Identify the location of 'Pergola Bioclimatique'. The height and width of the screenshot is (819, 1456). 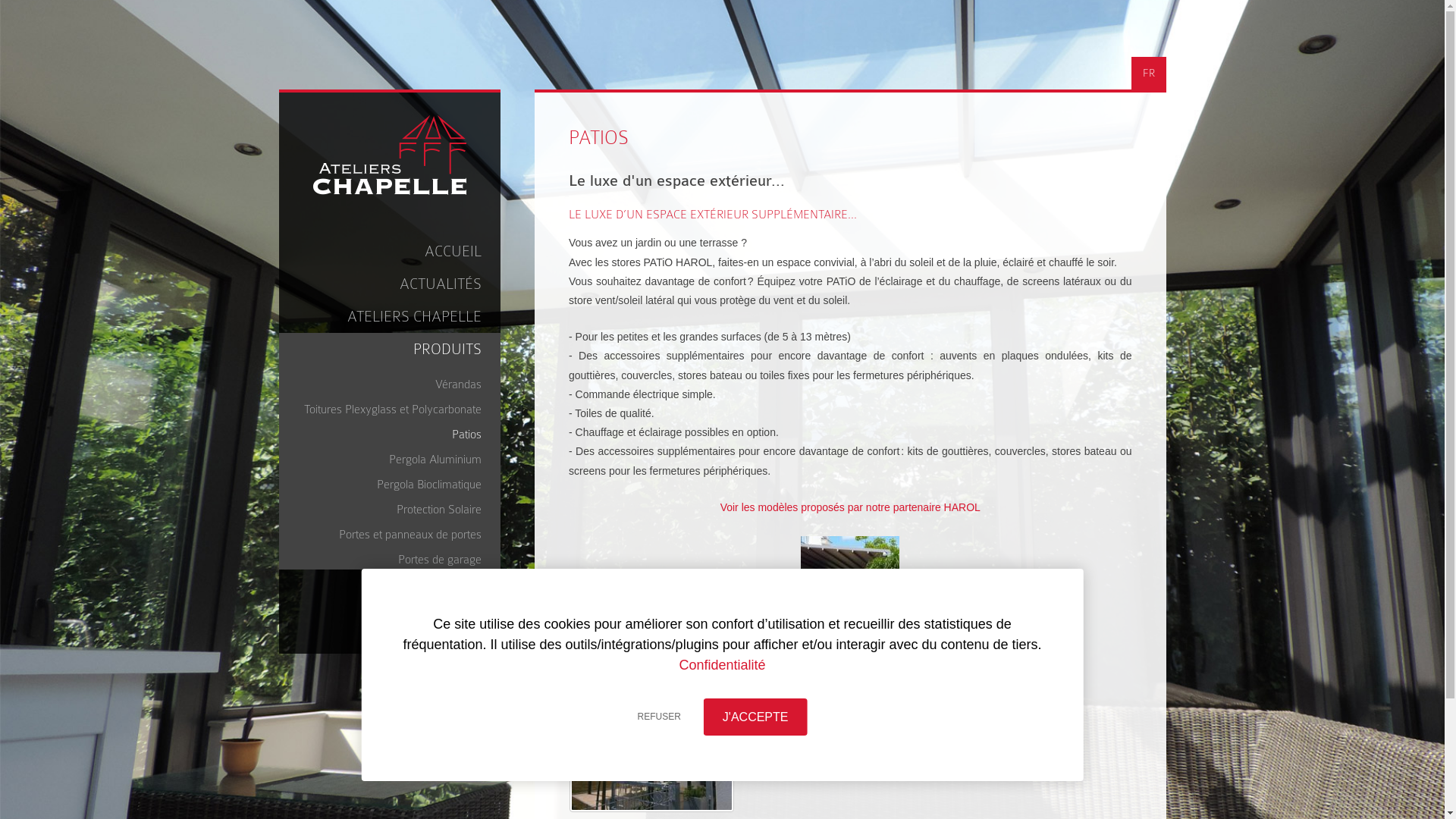
(394, 482).